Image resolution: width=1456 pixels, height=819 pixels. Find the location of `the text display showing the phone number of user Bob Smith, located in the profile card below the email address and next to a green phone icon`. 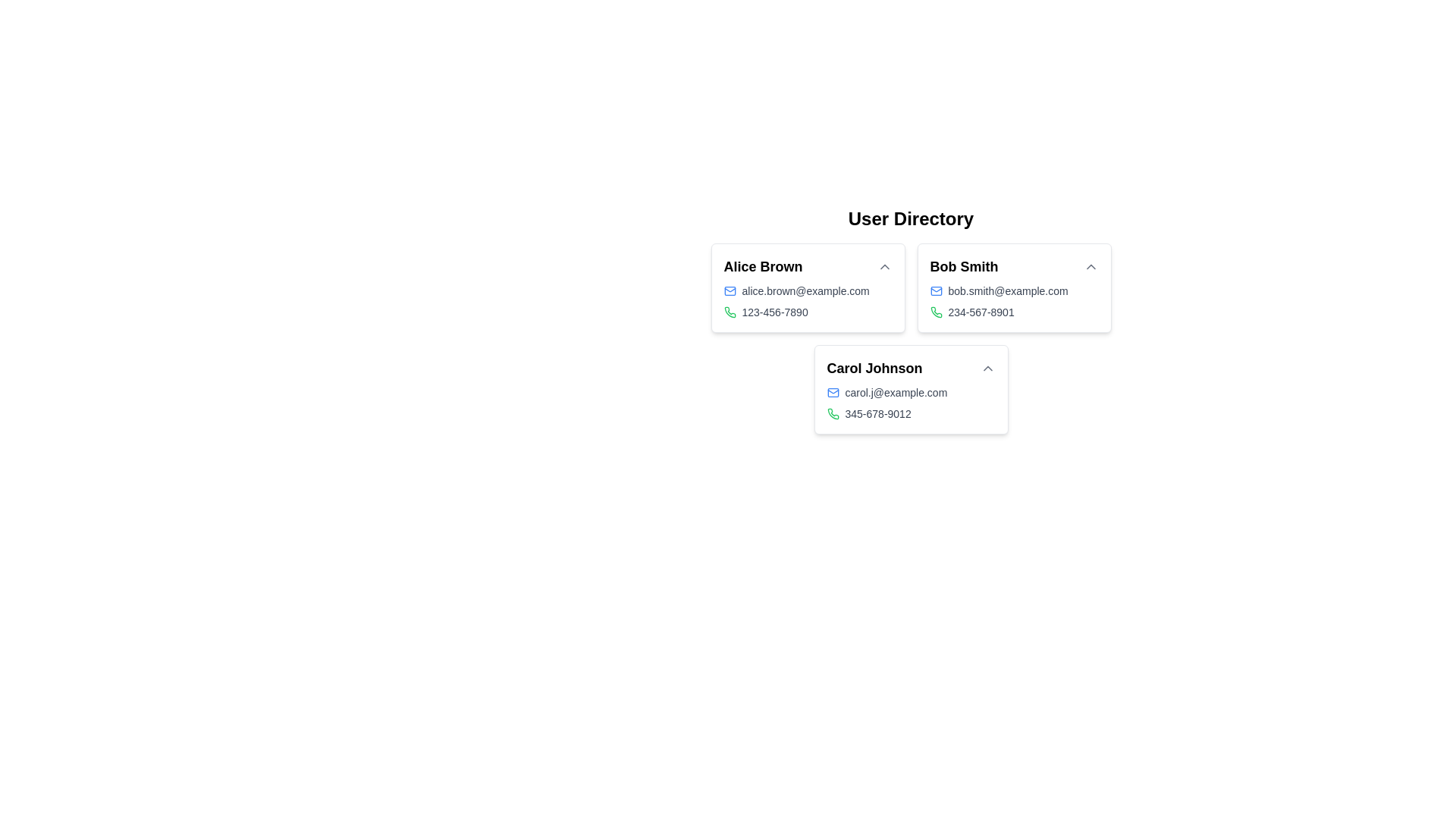

the text display showing the phone number of user Bob Smith, located in the profile card below the email address and next to a green phone icon is located at coordinates (981, 312).